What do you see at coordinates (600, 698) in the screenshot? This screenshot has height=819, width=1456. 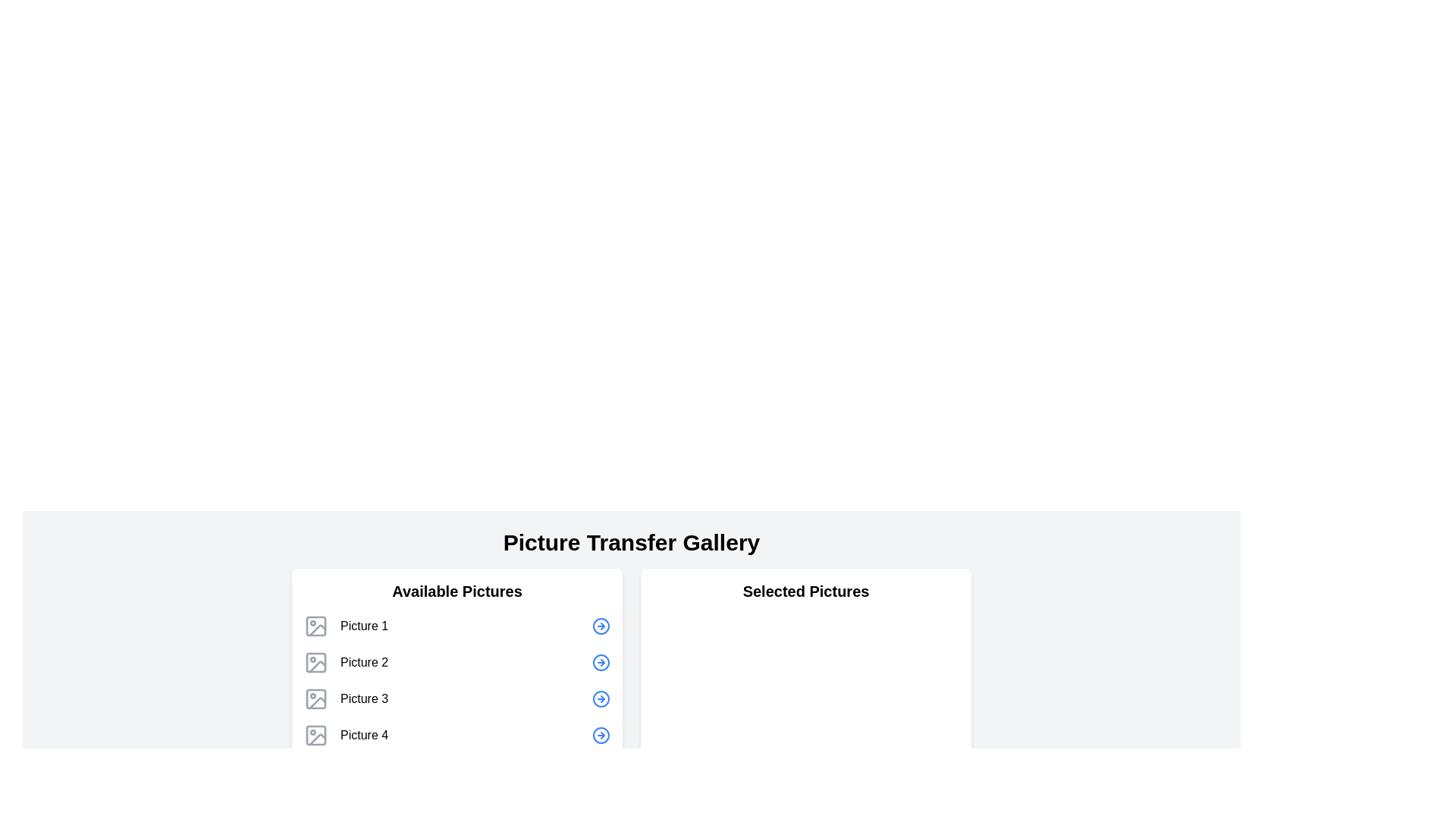 I see `the circular button with a blue border and an arrow pointing to the right, located adjacent to the 'Picture 3' label` at bounding box center [600, 698].